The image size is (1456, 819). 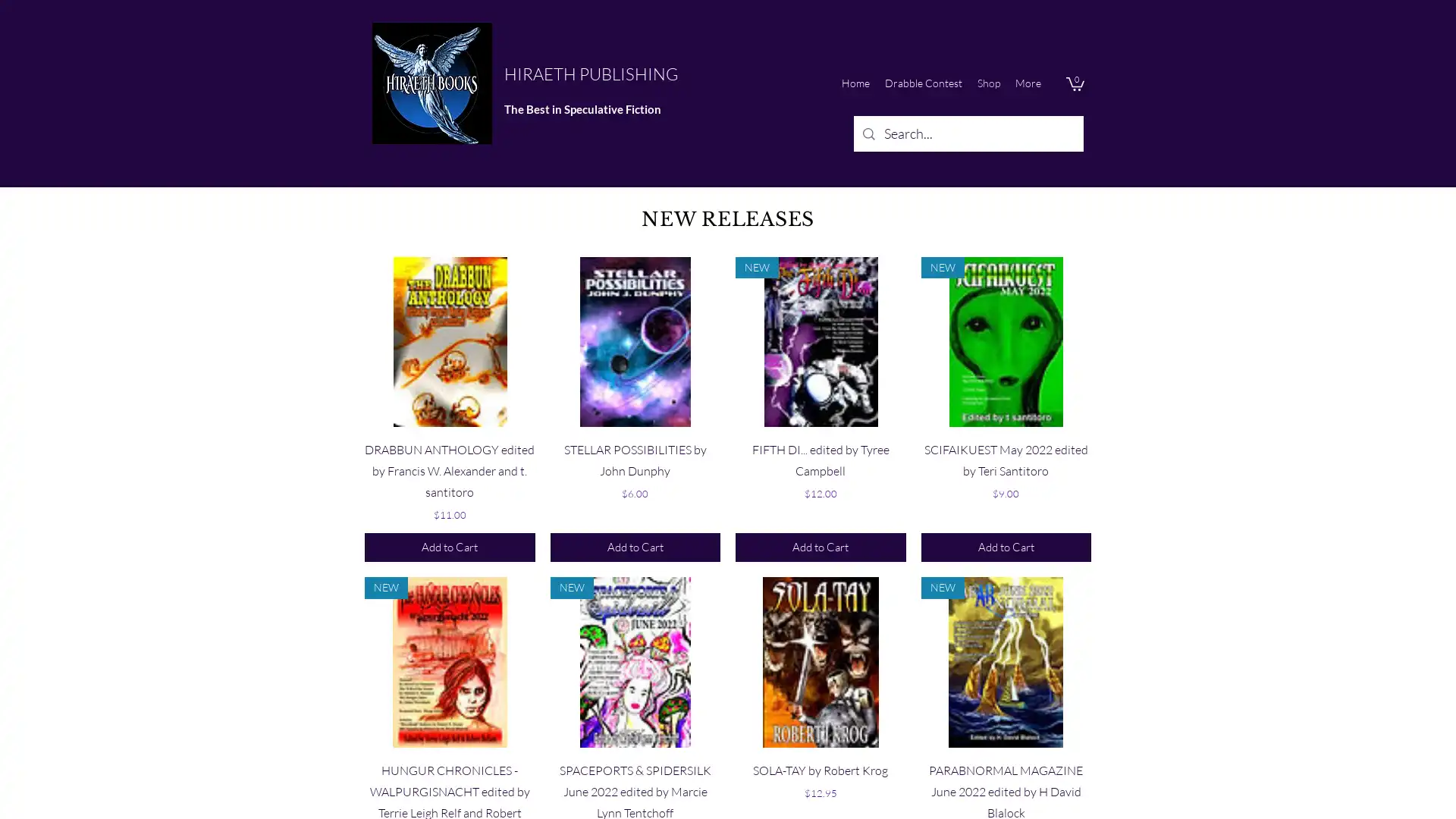 What do you see at coordinates (1074, 83) in the screenshot?
I see `Cart with 0 items` at bounding box center [1074, 83].